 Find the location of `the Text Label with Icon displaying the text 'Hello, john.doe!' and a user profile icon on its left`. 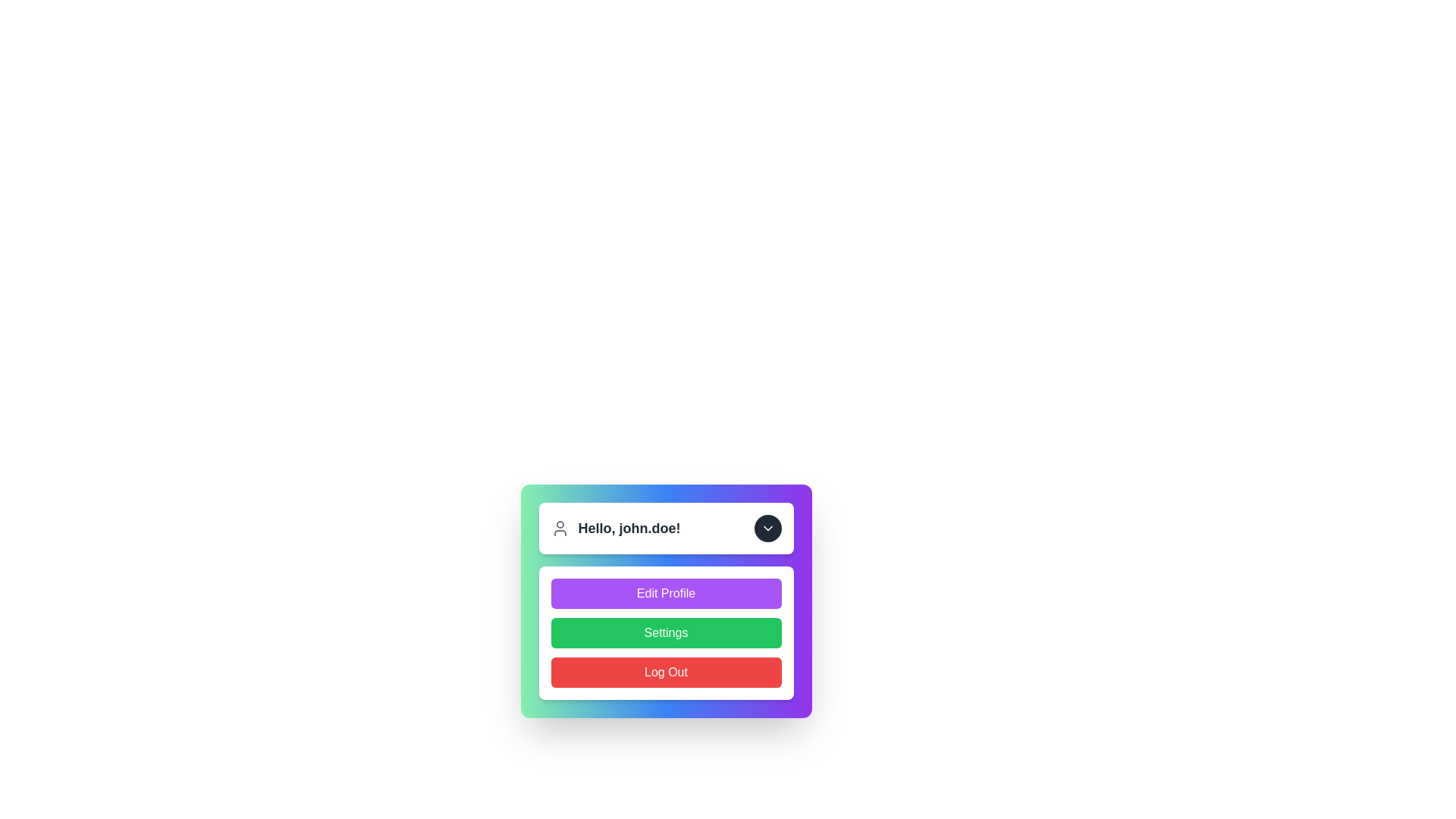

the Text Label with Icon displaying the text 'Hello, john.doe!' and a user profile icon on its left is located at coordinates (615, 528).